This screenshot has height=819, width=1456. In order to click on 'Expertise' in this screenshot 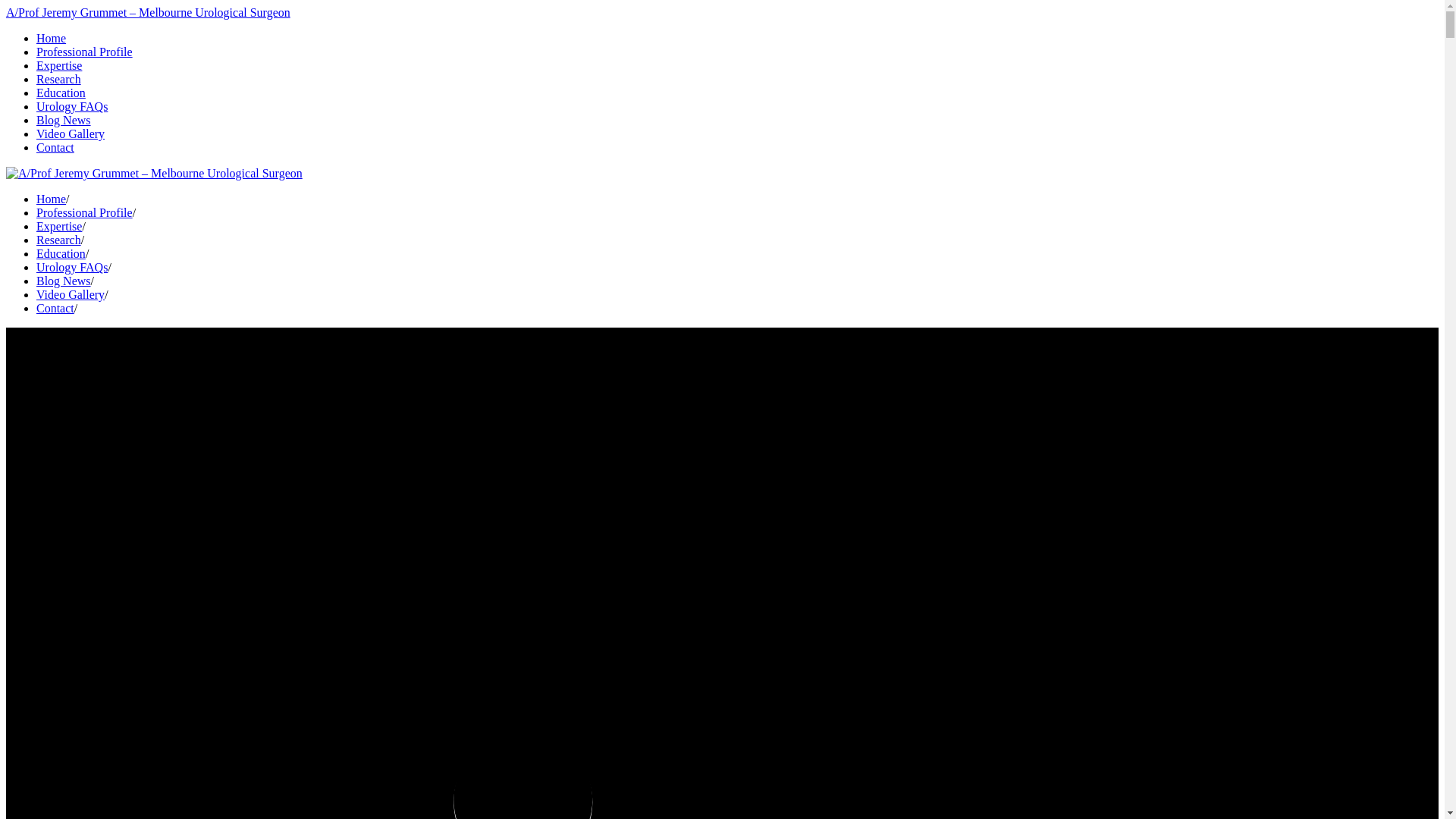, I will do `click(58, 226)`.